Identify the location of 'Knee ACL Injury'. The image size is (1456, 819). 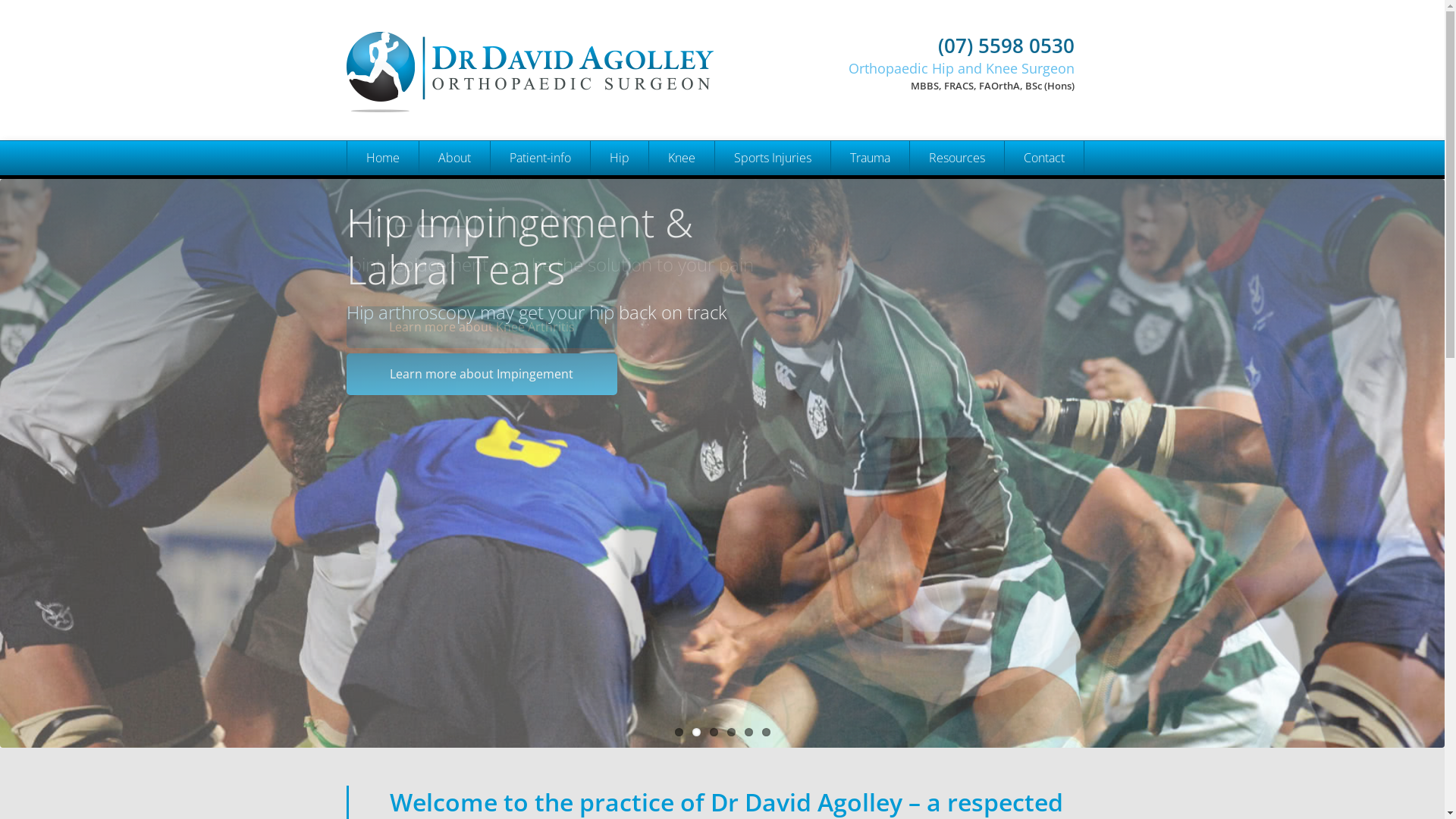
(772, 328).